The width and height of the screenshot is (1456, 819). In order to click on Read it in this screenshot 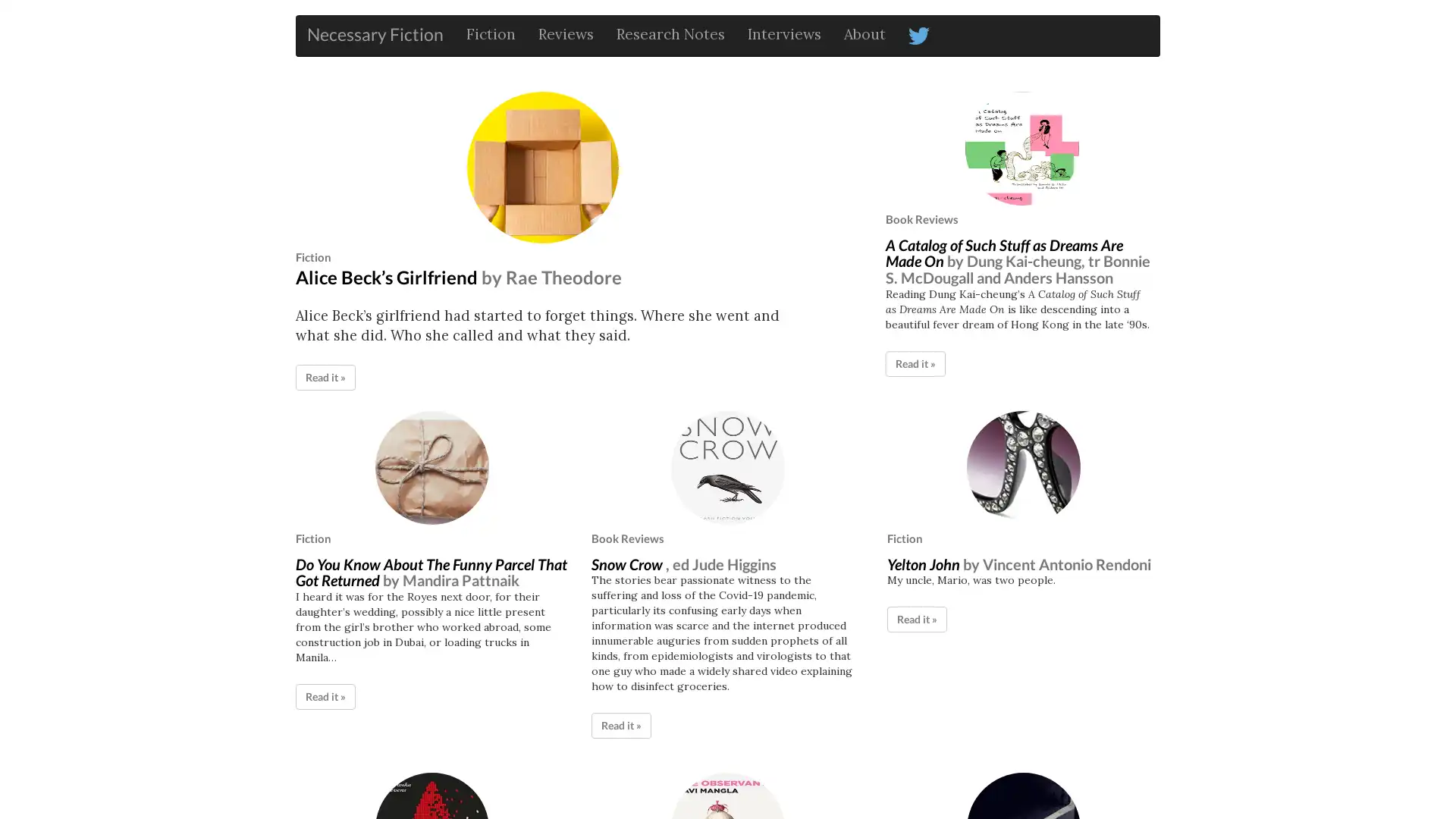, I will do `click(621, 724)`.